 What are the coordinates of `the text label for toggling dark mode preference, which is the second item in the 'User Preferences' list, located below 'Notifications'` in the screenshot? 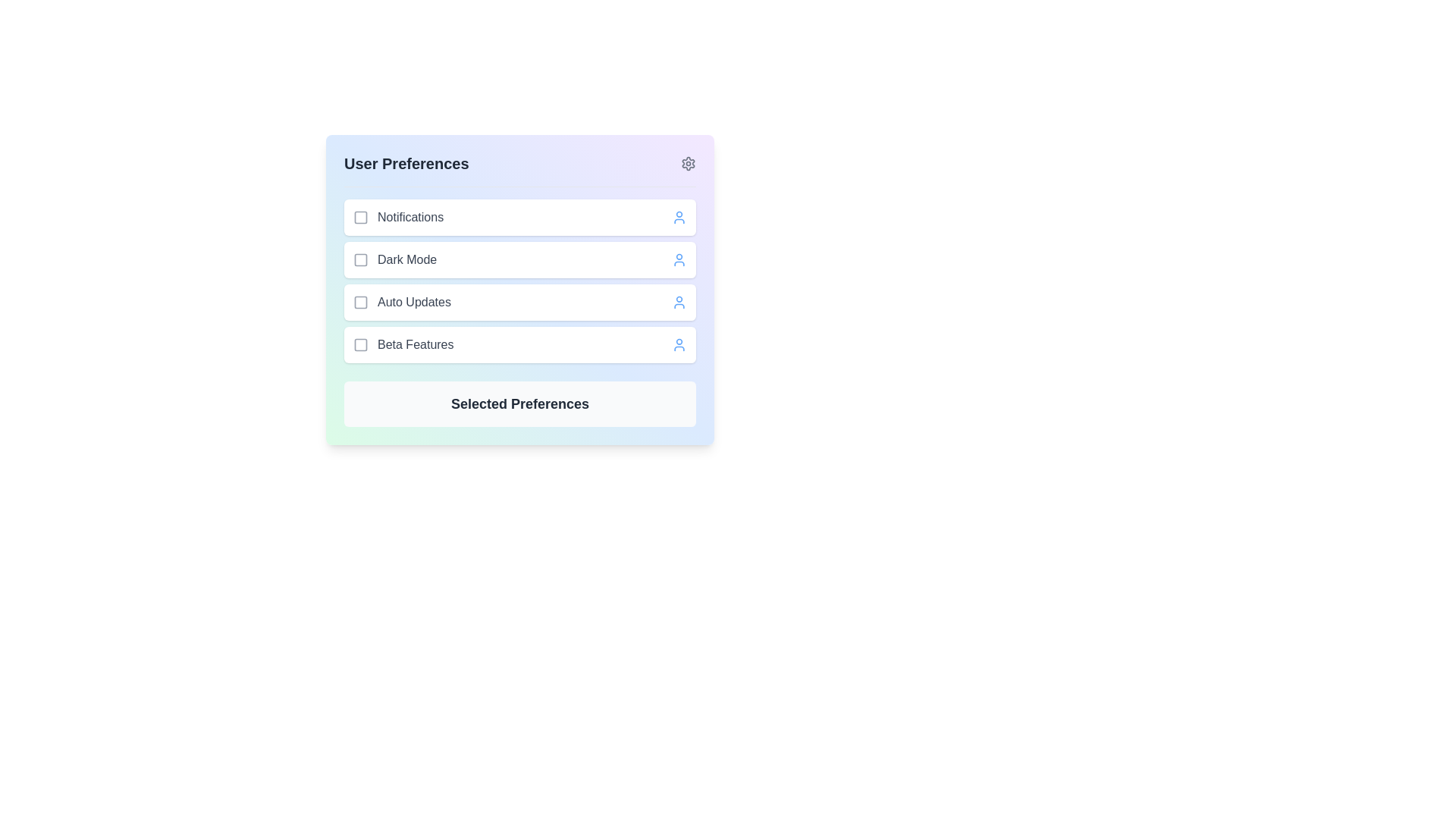 It's located at (395, 259).